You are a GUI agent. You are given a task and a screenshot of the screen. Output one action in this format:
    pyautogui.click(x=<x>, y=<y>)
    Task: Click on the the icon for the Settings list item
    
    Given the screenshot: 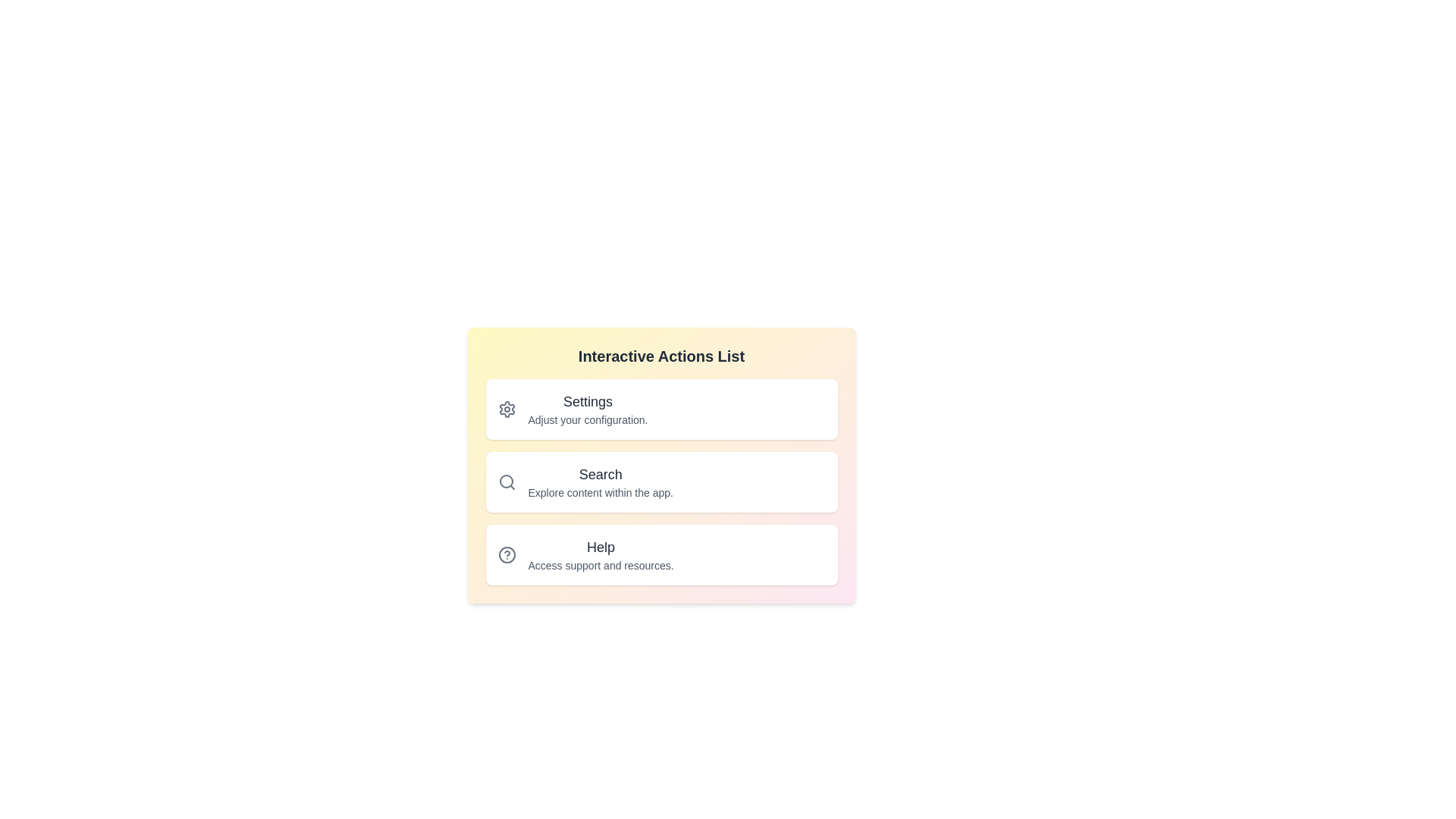 What is the action you would take?
    pyautogui.click(x=507, y=409)
    